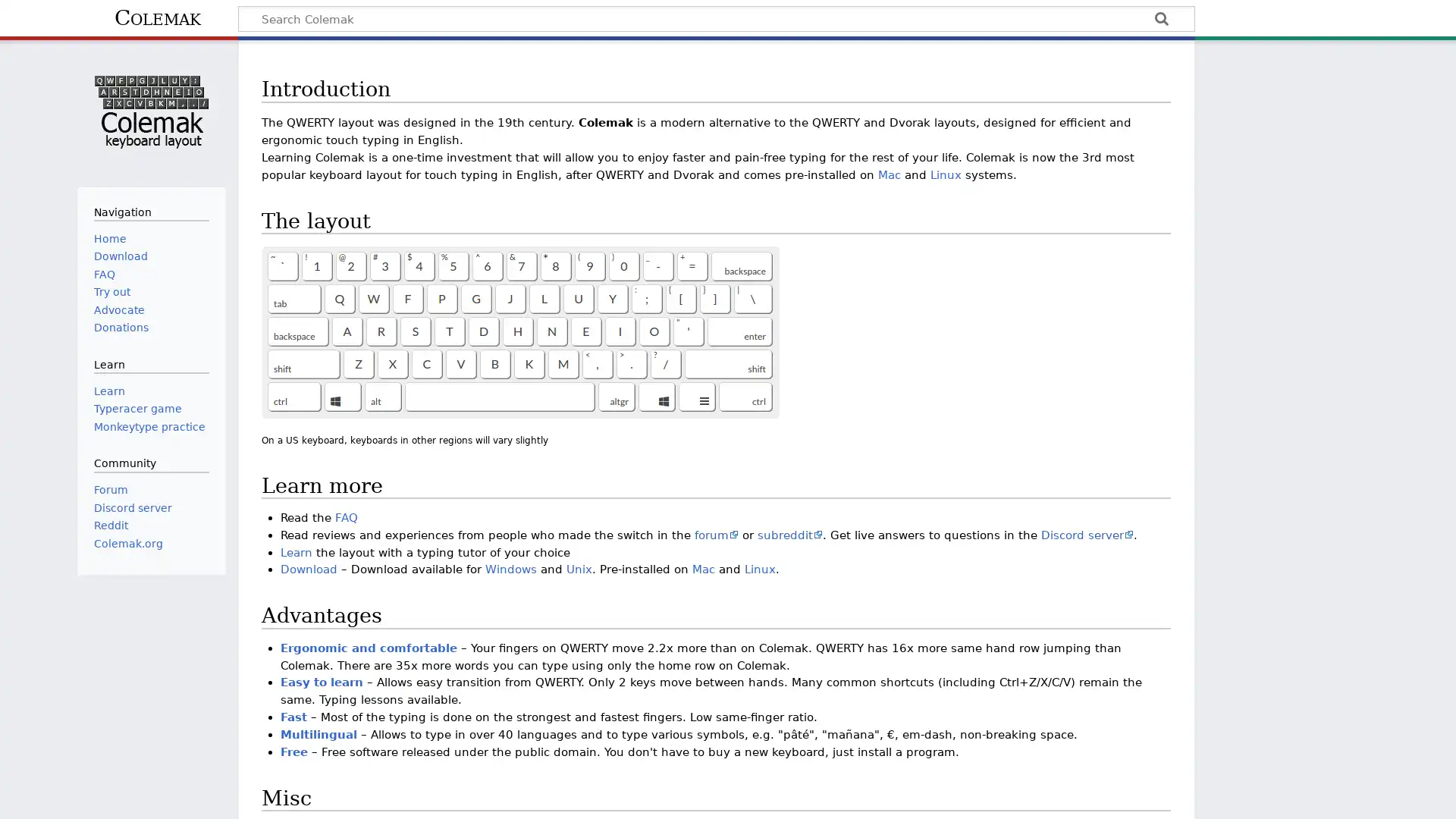 Image resolution: width=1456 pixels, height=819 pixels. Describe the element at coordinates (1160, 20) in the screenshot. I see `Search` at that location.